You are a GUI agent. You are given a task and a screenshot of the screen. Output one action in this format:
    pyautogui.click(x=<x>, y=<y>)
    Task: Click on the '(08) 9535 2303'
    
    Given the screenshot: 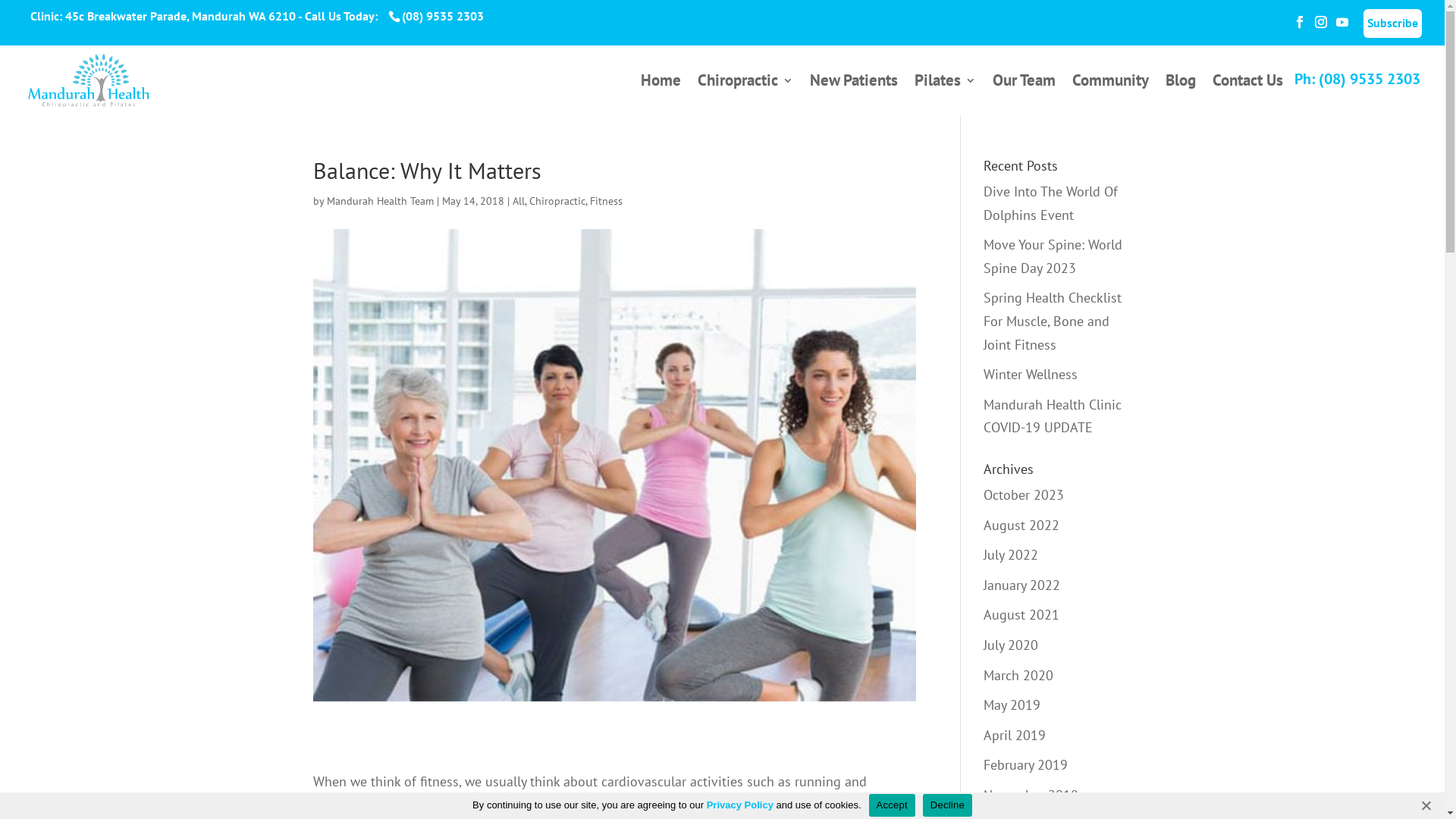 What is the action you would take?
    pyautogui.click(x=440, y=15)
    